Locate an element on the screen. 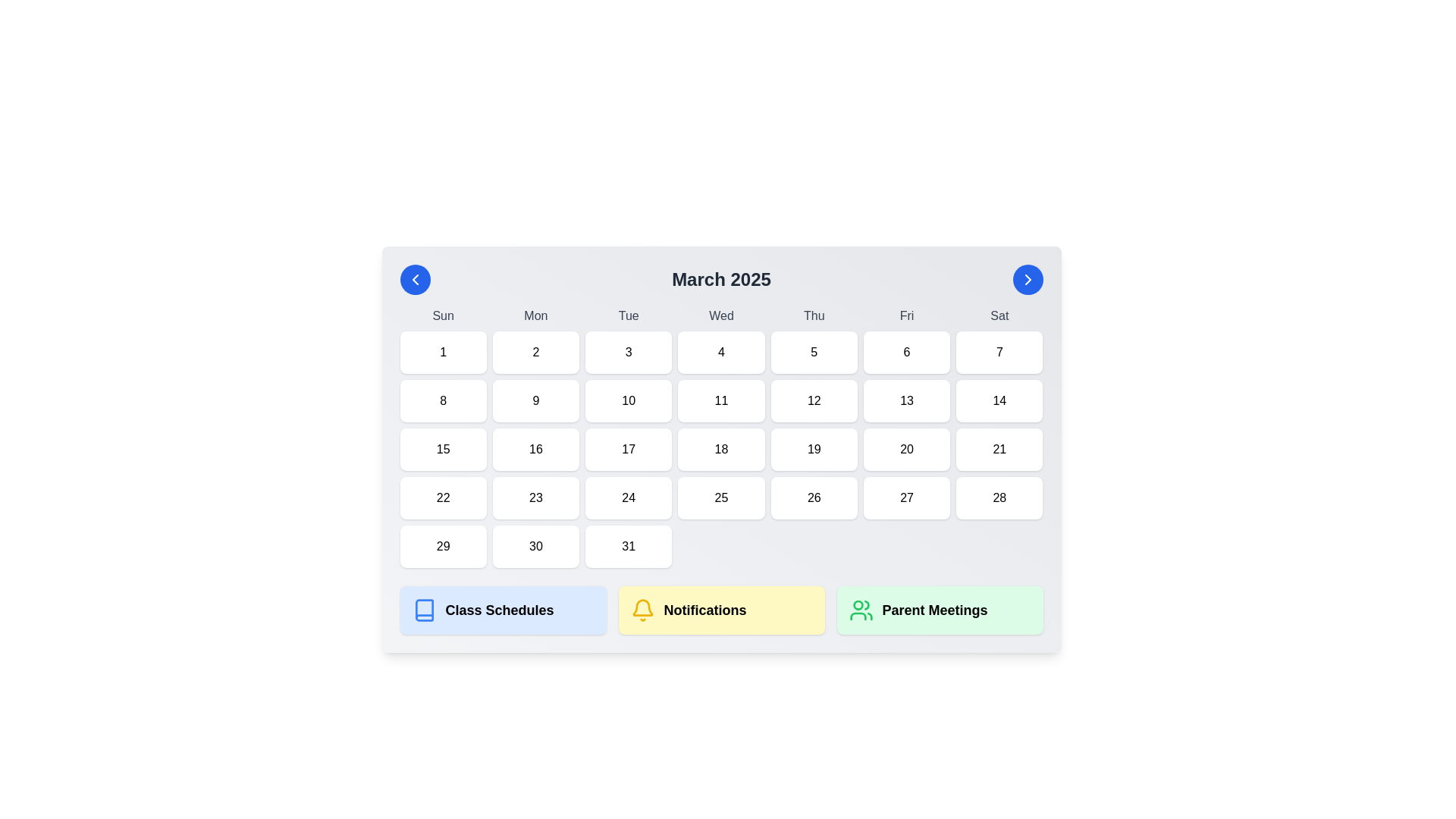 The height and width of the screenshot is (819, 1456). the text label displaying 'Sat', which is the last item in the group of weekday labels at the top of the calendar view is located at coordinates (999, 315).